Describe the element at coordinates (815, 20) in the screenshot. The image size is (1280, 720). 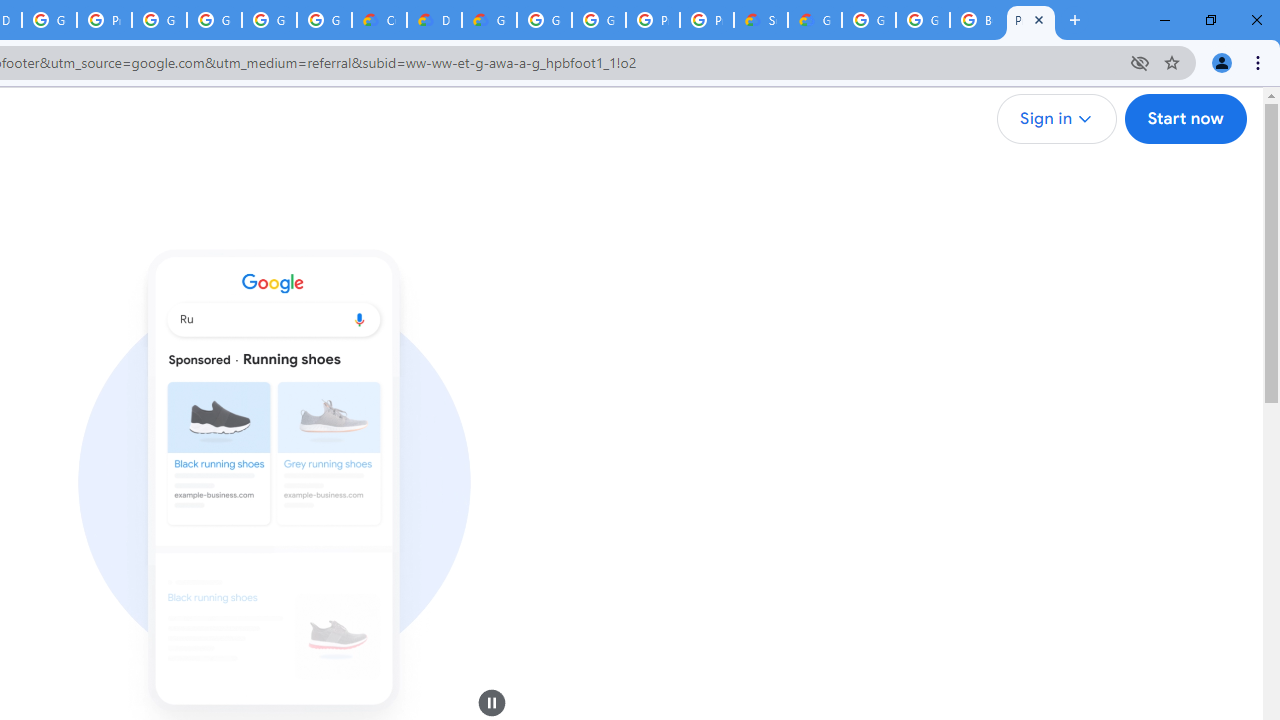
I see `'Google Cloud Service Health'` at that location.